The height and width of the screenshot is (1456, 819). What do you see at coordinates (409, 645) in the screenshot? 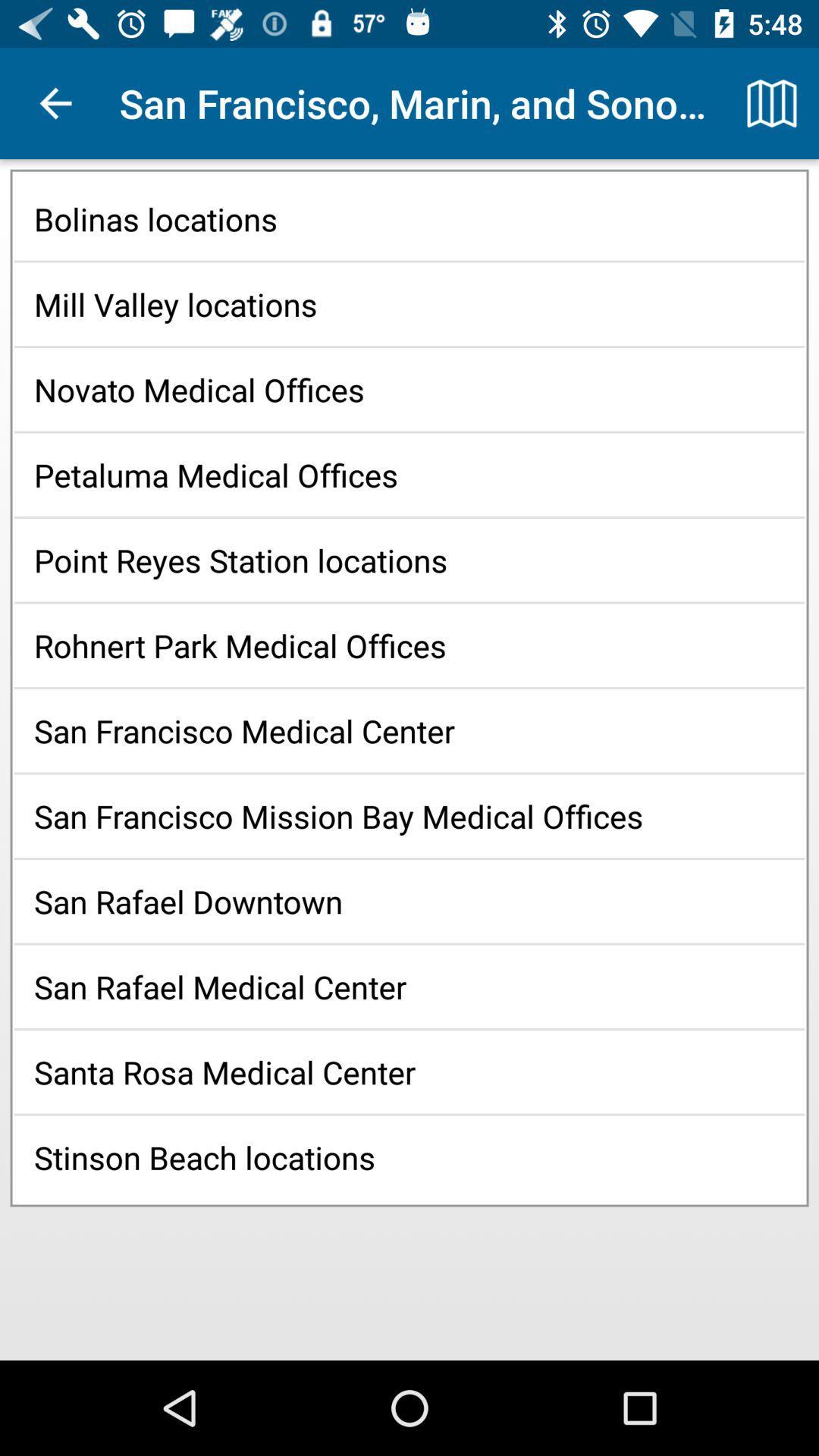
I see `the icon above the san francisco medical item` at bounding box center [409, 645].